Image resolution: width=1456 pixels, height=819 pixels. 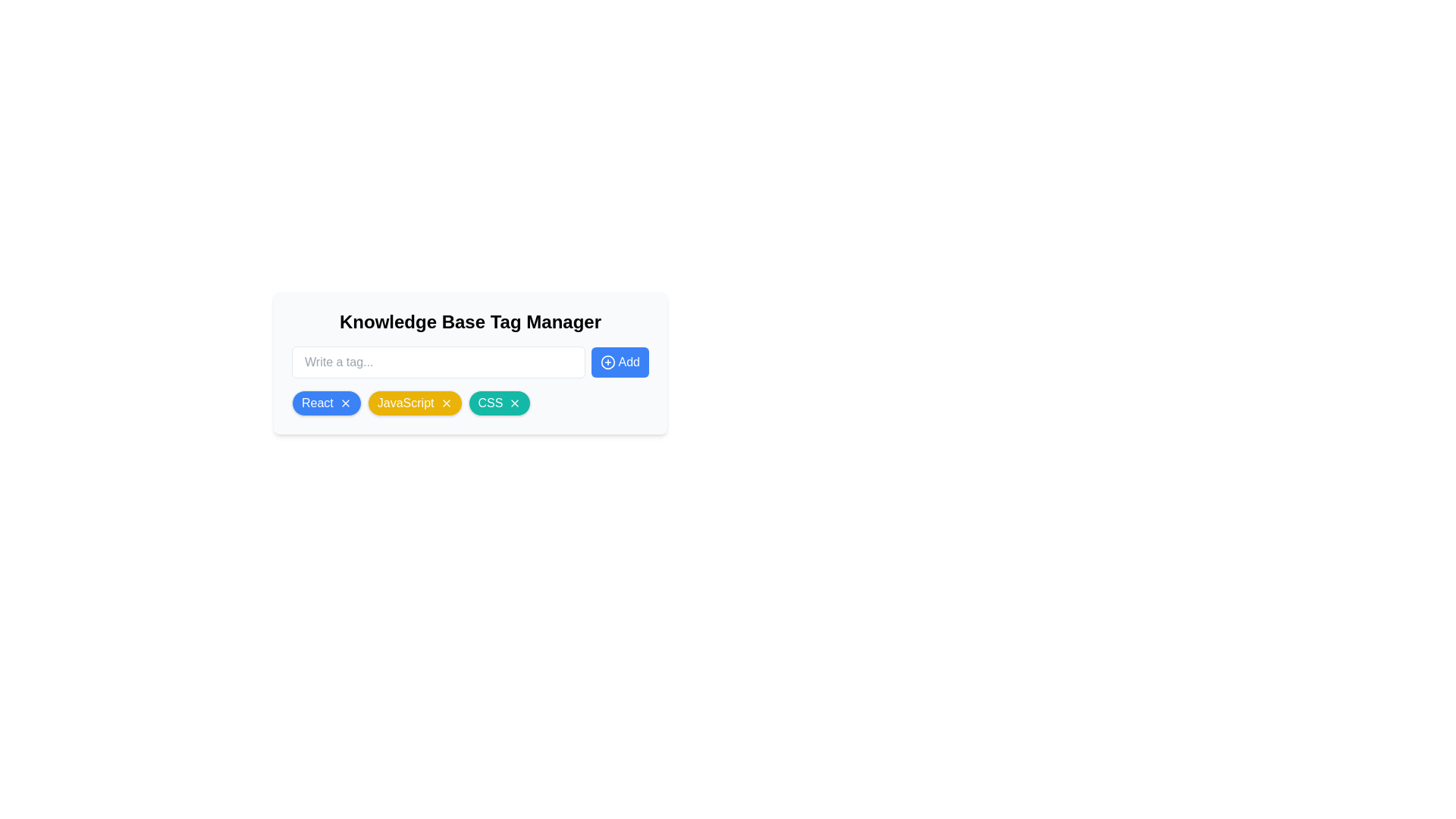 What do you see at coordinates (469, 403) in the screenshot?
I see `the 'x' icon of the tag group composed of 'React', 'JavaScript', and 'CSS' tags` at bounding box center [469, 403].